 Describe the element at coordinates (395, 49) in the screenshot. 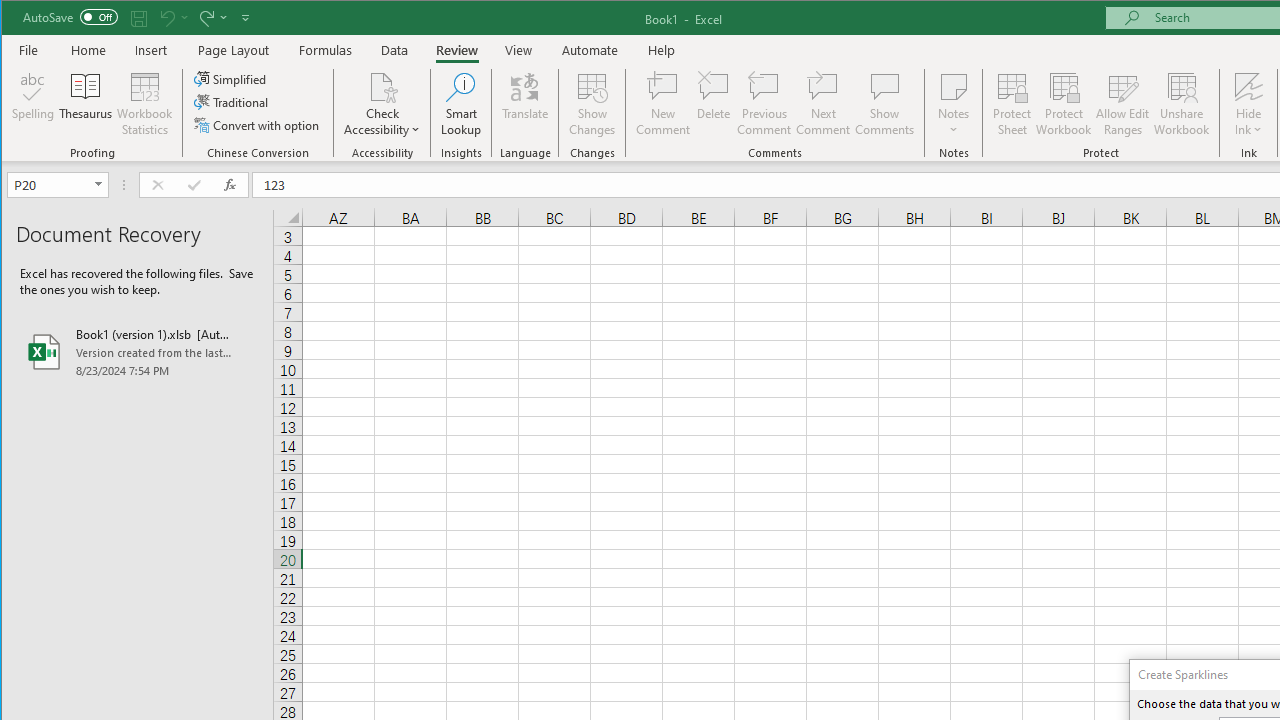

I see `'Data'` at that location.